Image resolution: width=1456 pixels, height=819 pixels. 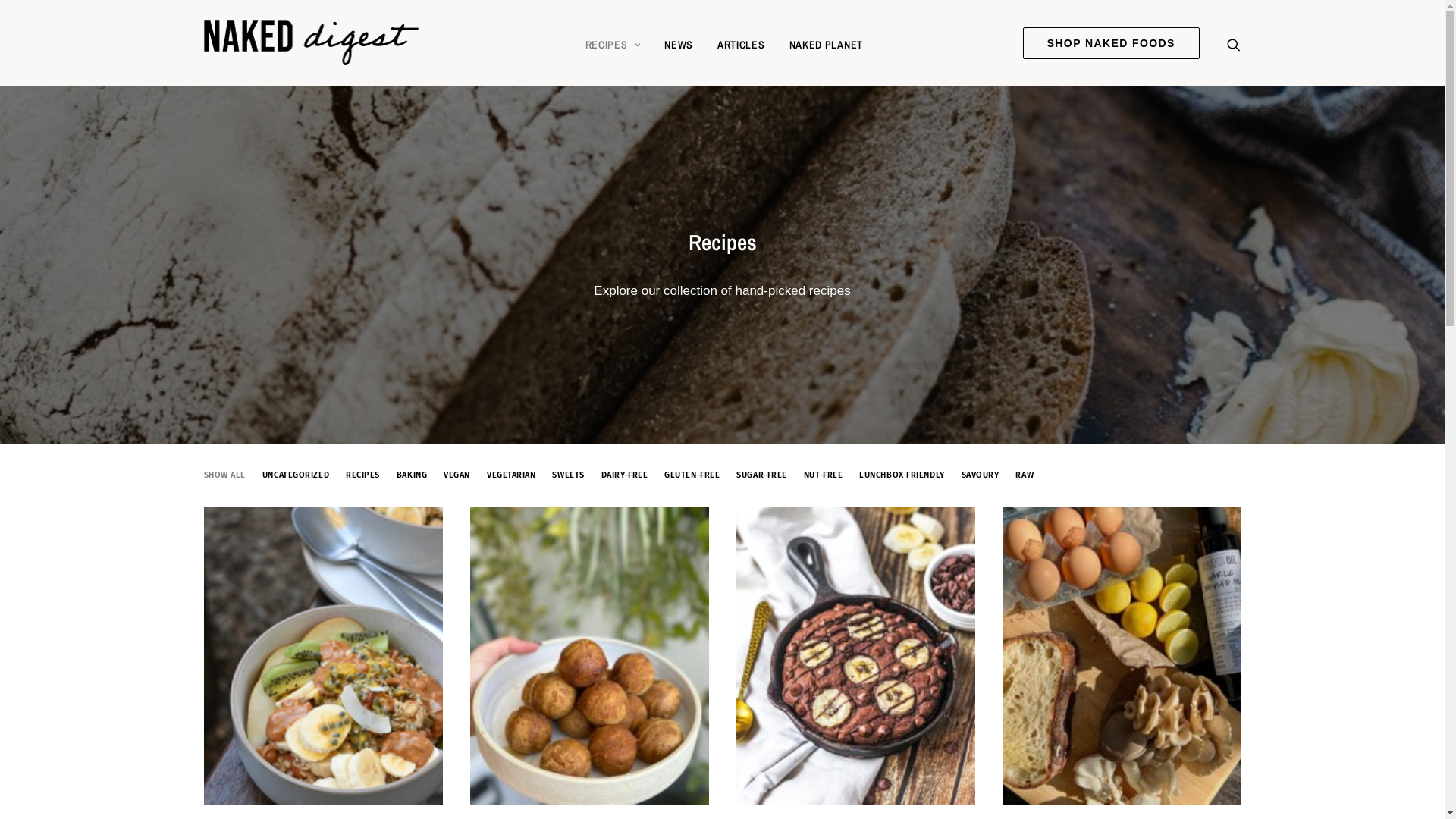 I want to click on 'ARTICLES', so click(x=705, y=42).